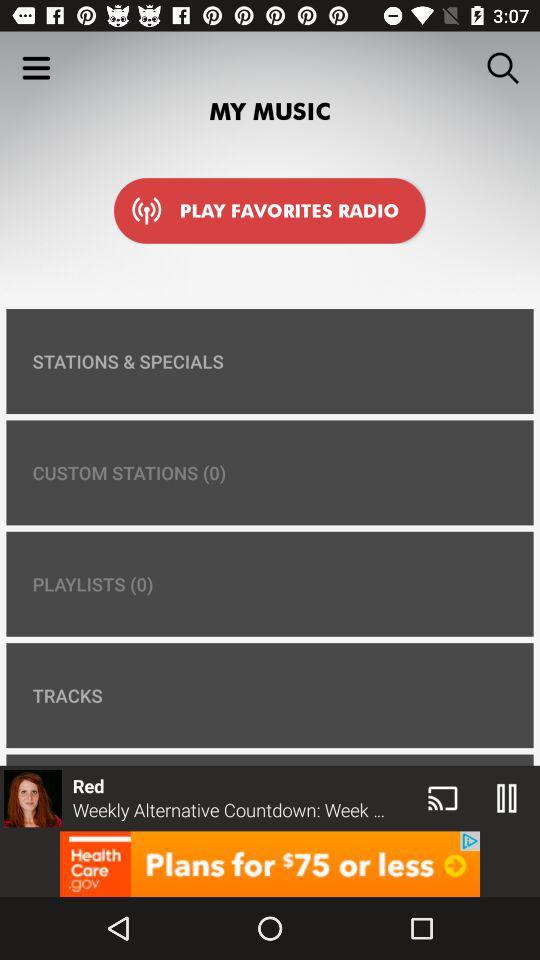 The height and width of the screenshot is (960, 540). What do you see at coordinates (507, 798) in the screenshot?
I see `the pause icon` at bounding box center [507, 798].